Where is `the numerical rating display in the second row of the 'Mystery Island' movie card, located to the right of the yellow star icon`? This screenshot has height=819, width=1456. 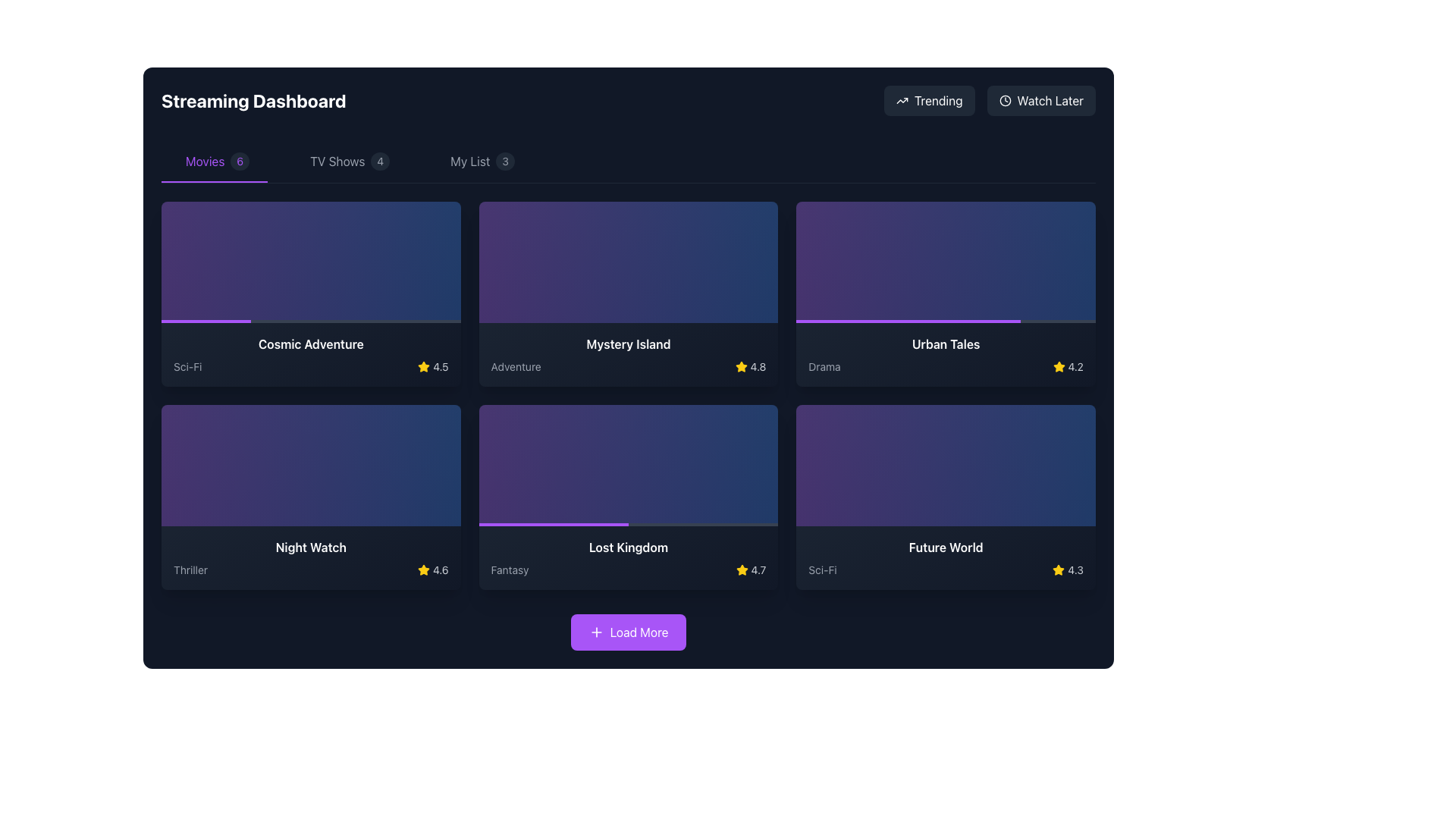 the numerical rating display in the second row of the 'Mystery Island' movie card, located to the right of the yellow star icon is located at coordinates (758, 366).